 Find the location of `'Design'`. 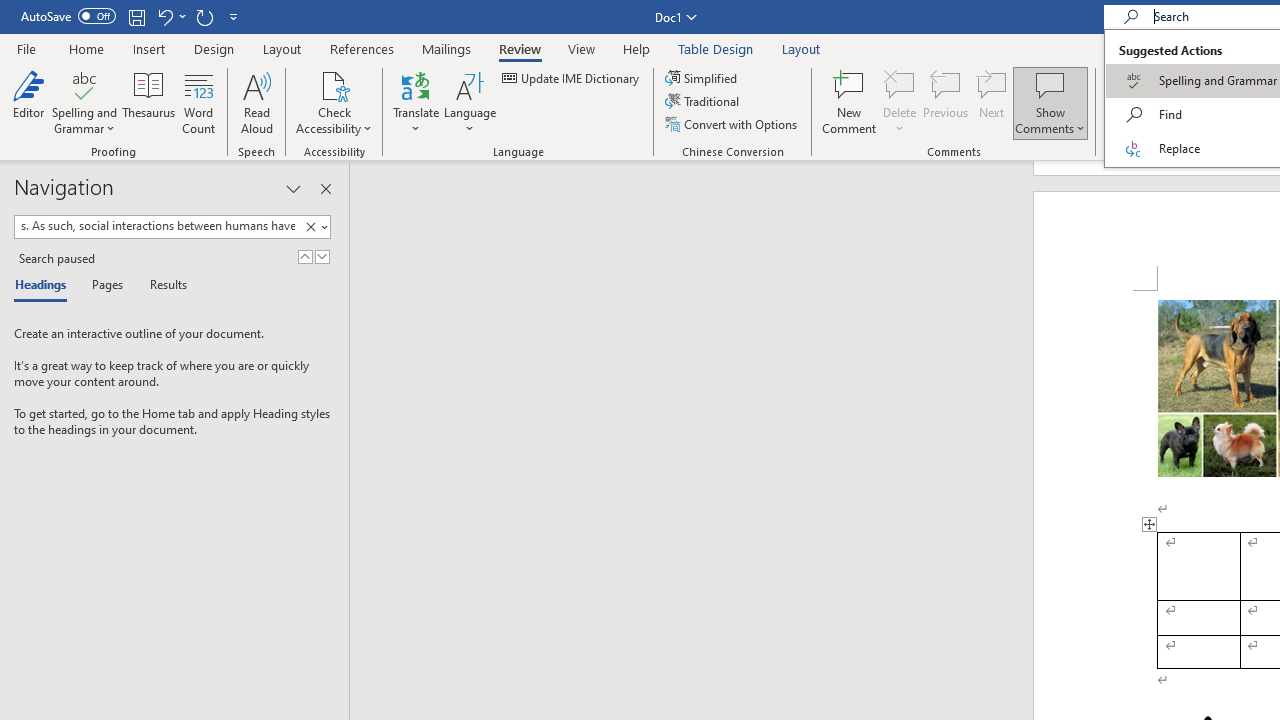

'Design' is located at coordinates (214, 48).